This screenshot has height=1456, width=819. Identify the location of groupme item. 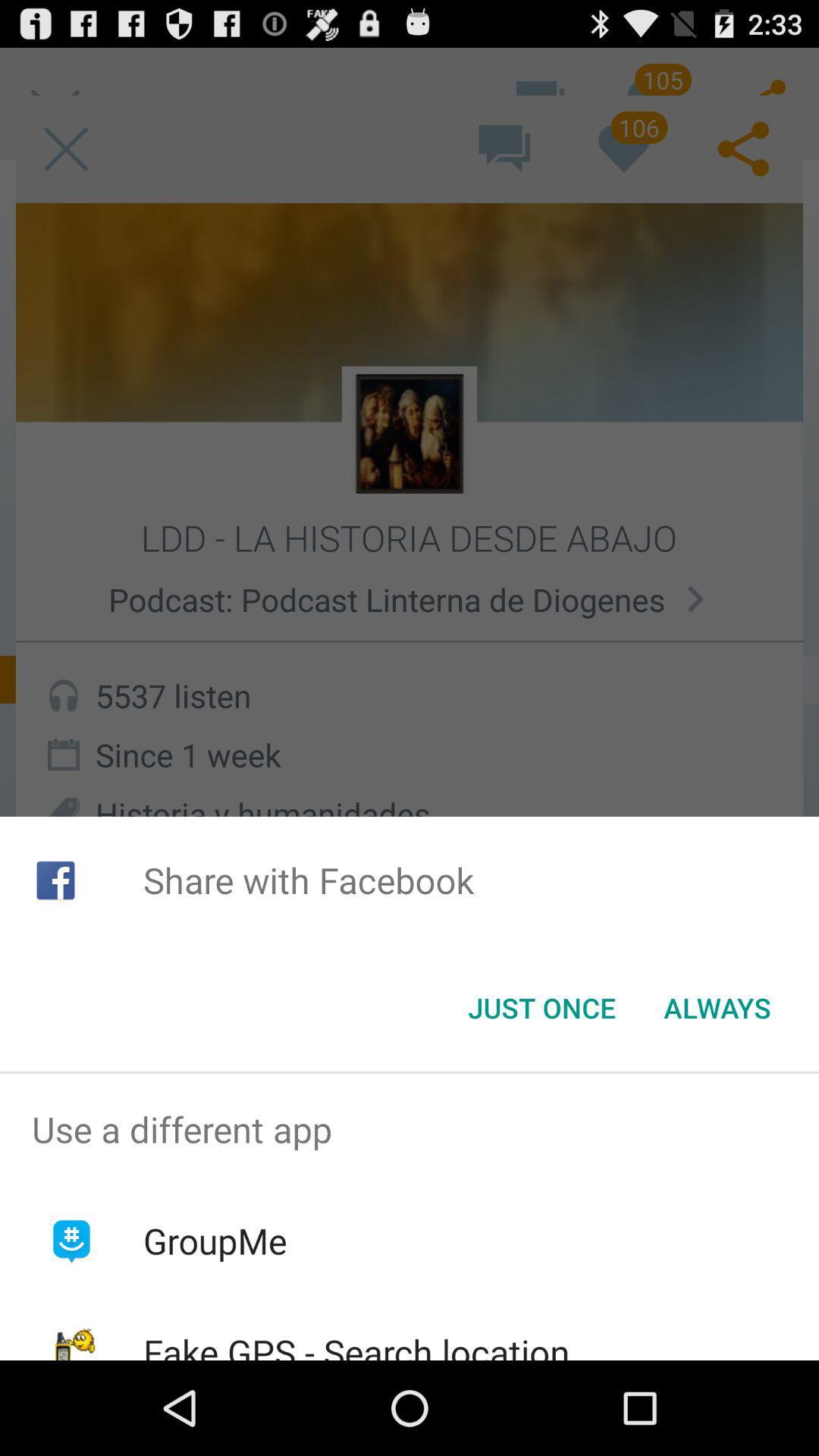
(215, 1241).